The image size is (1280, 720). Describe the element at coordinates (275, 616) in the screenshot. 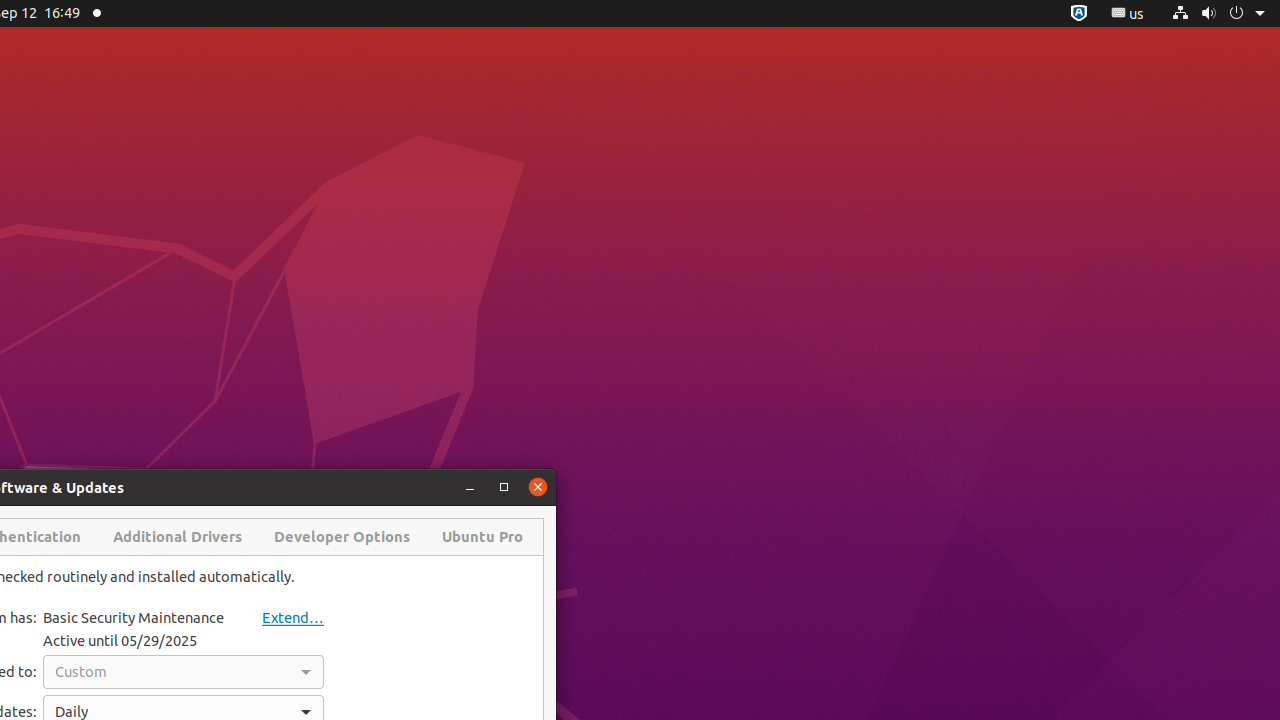

I see `'Extend…'` at that location.